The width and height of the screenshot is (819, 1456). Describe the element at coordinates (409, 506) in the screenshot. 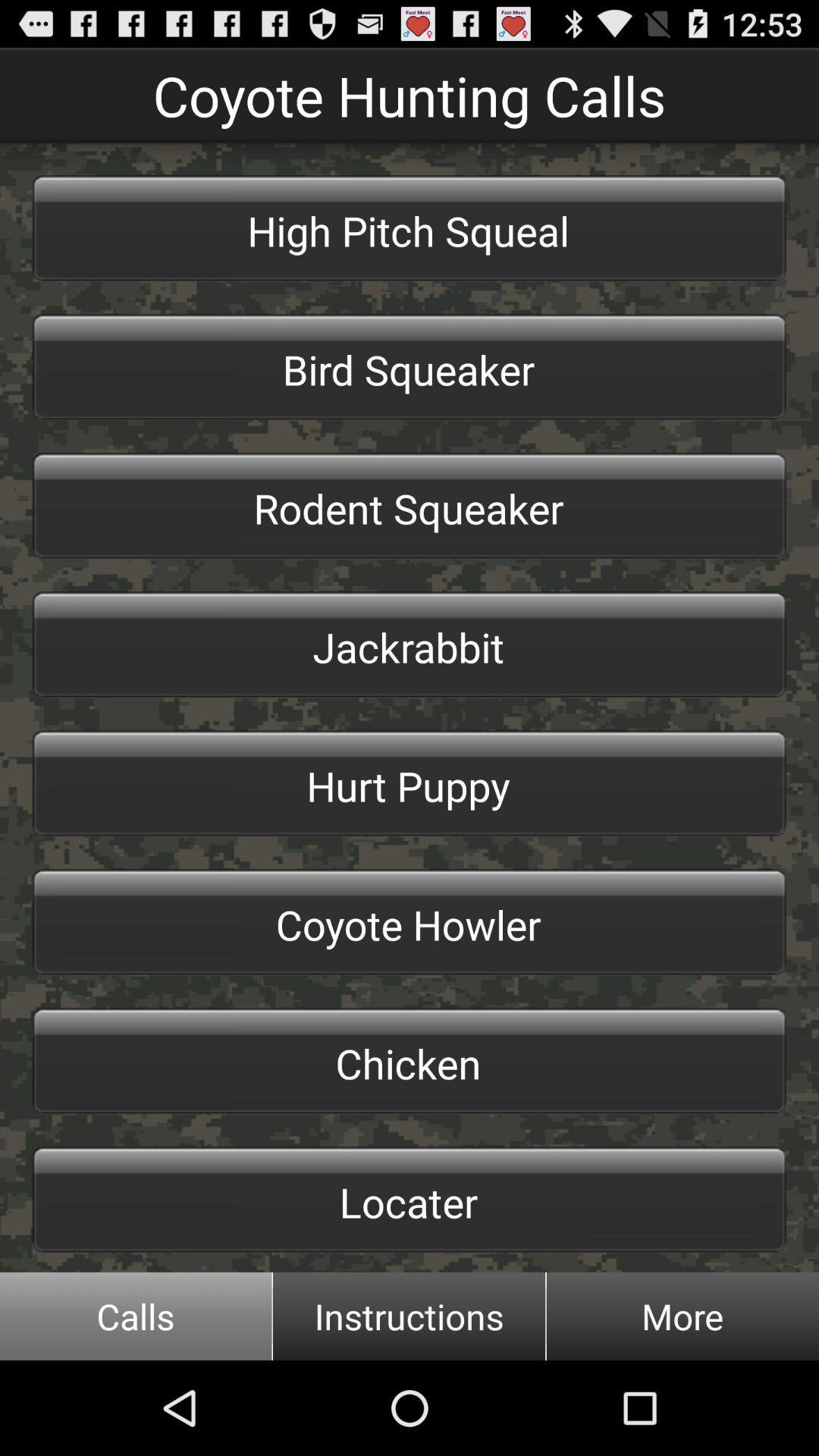

I see `the item below the bird squeaker item` at that location.